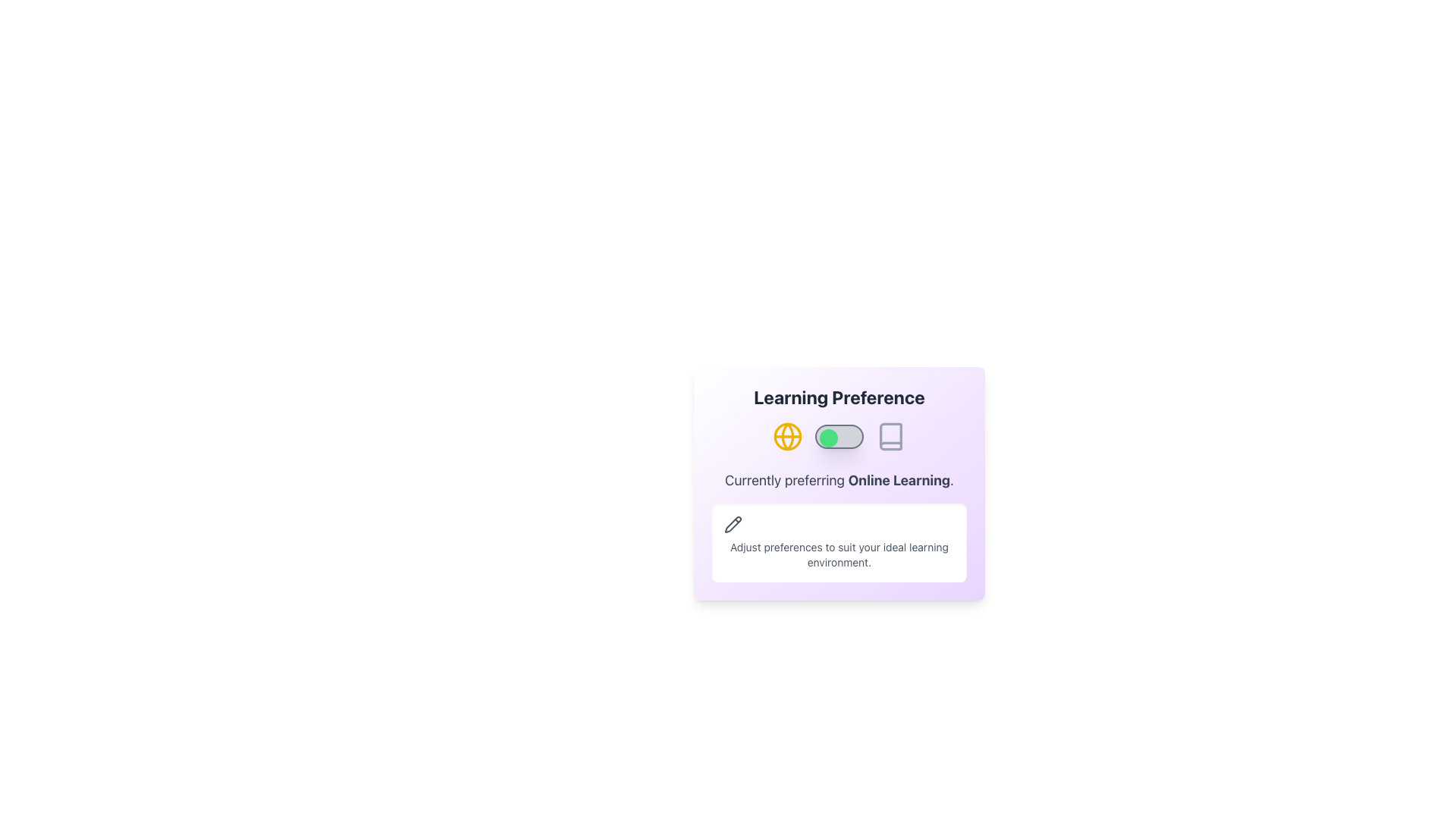 The width and height of the screenshot is (1456, 819). What do you see at coordinates (891, 436) in the screenshot?
I see `the book icon, which is the third icon in the horizontally aligned set within the 'Learning Preference' card, positioned to the right of the toggle switch and globe icon` at bounding box center [891, 436].